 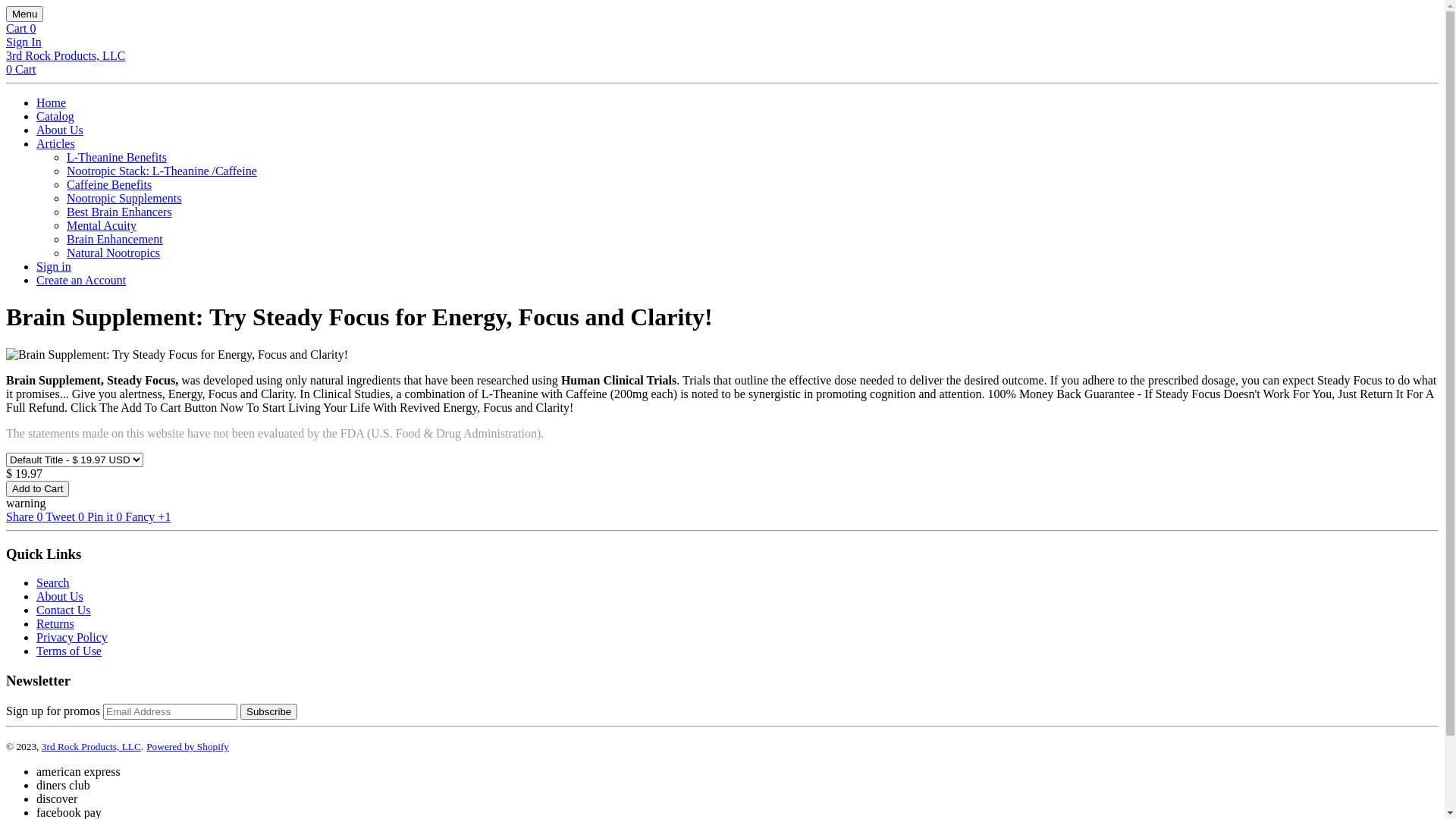 What do you see at coordinates (25, 516) in the screenshot?
I see `'Share 0'` at bounding box center [25, 516].